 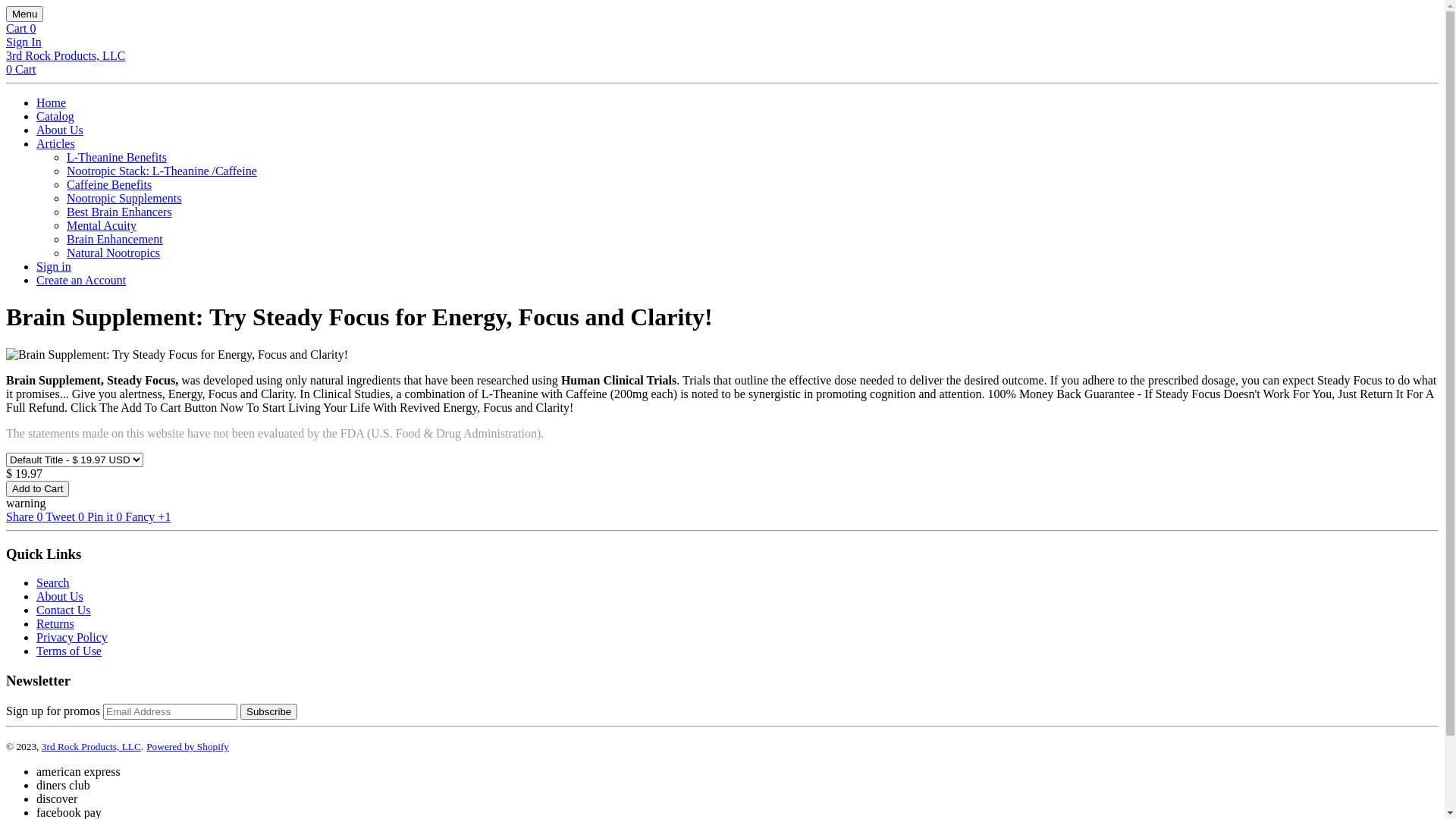 What do you see at coordinates (25, 516) in the screenshot?
I see `'Share 0'` at bounding box center [25, 516].